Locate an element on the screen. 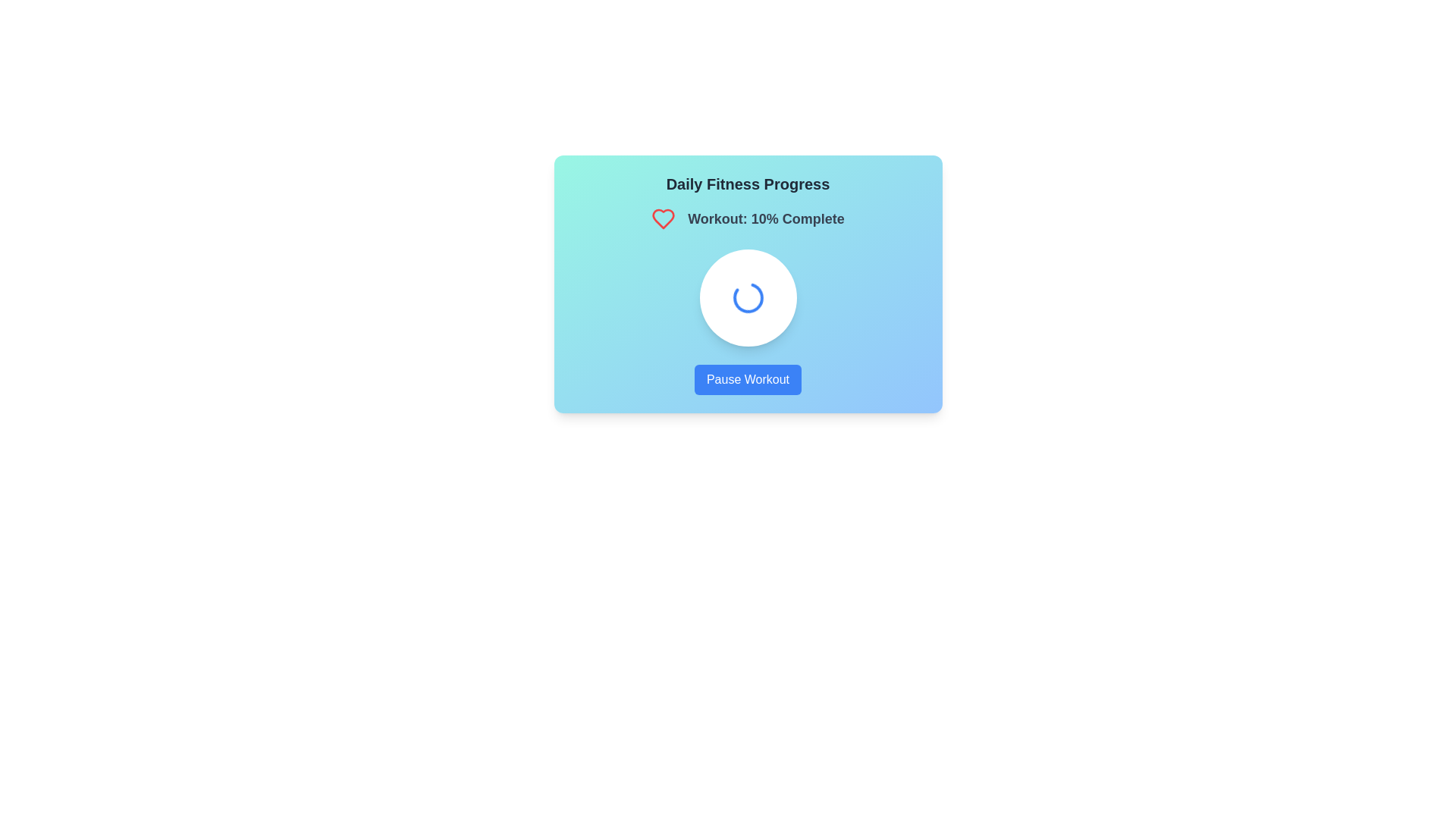 Image resolution: width=1456 pixels, height=819 pixels. the title or heading element located at the top center of the card layout, which summarizes the purpose or content of the card is located at coordinates (748, 184).